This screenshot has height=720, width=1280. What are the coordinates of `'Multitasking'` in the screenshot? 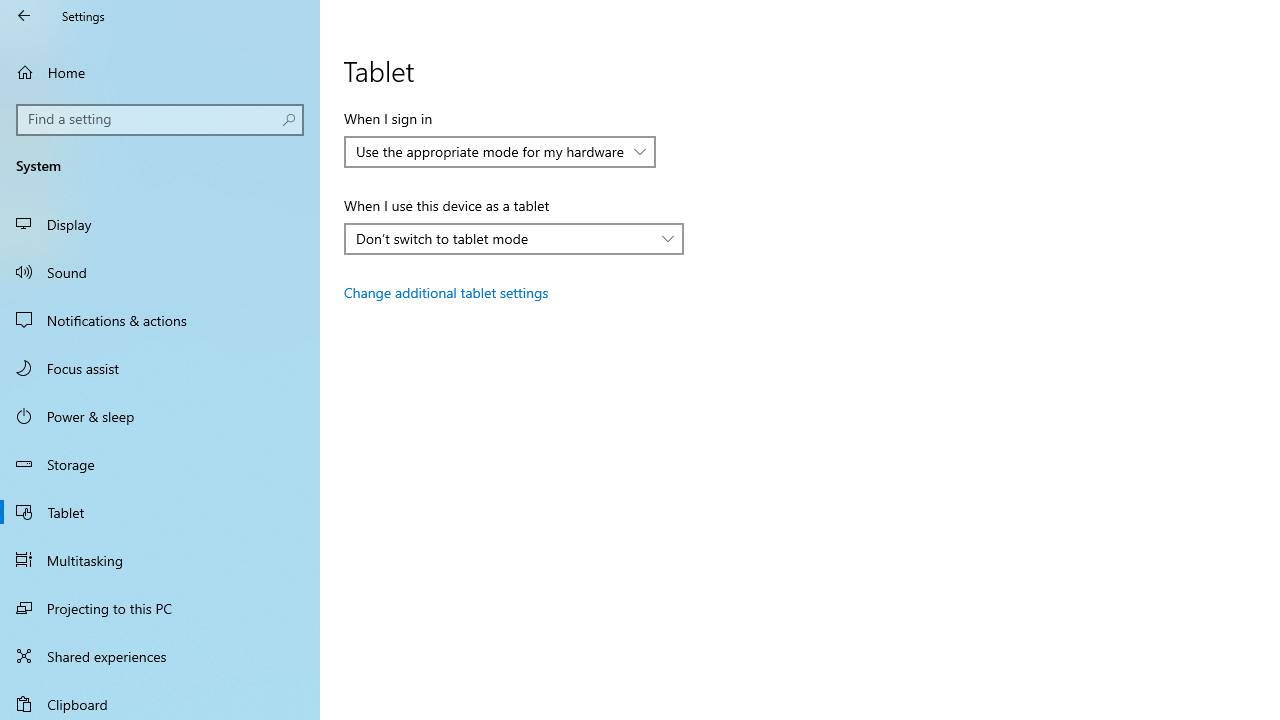 It's located at (160, 559).